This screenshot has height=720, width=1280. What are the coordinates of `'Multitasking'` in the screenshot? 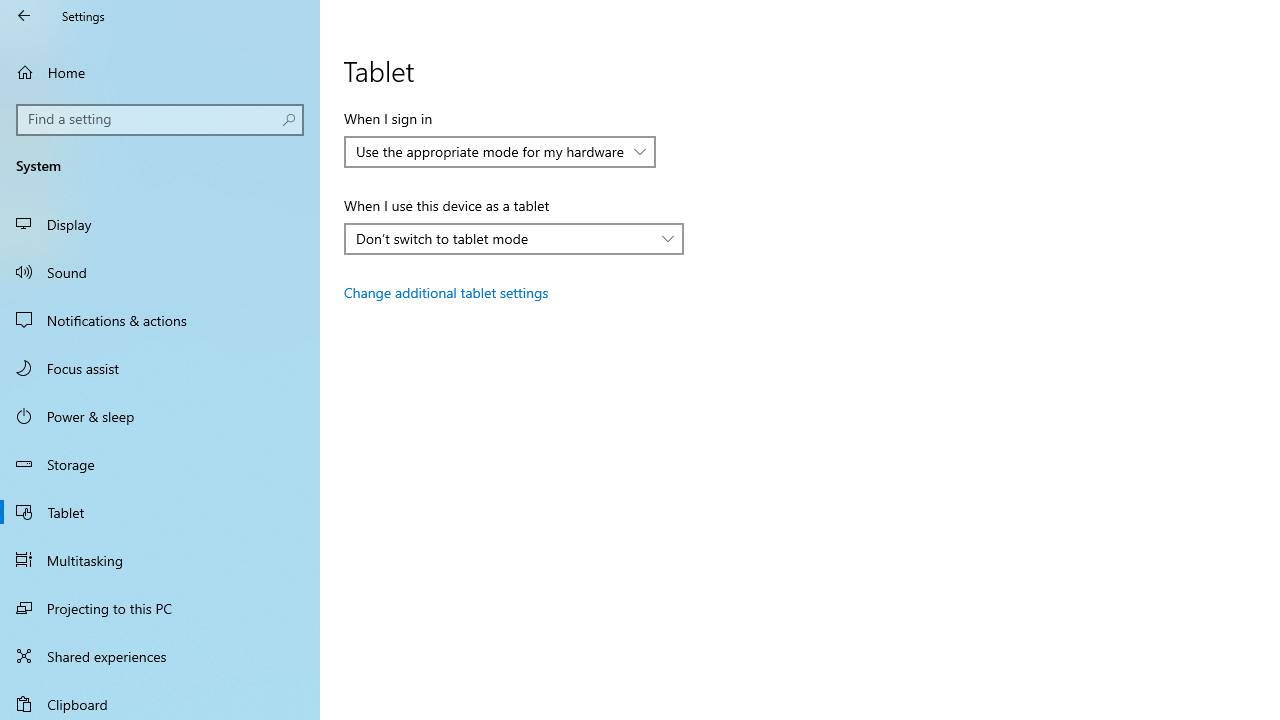 It's located at (160, 559).